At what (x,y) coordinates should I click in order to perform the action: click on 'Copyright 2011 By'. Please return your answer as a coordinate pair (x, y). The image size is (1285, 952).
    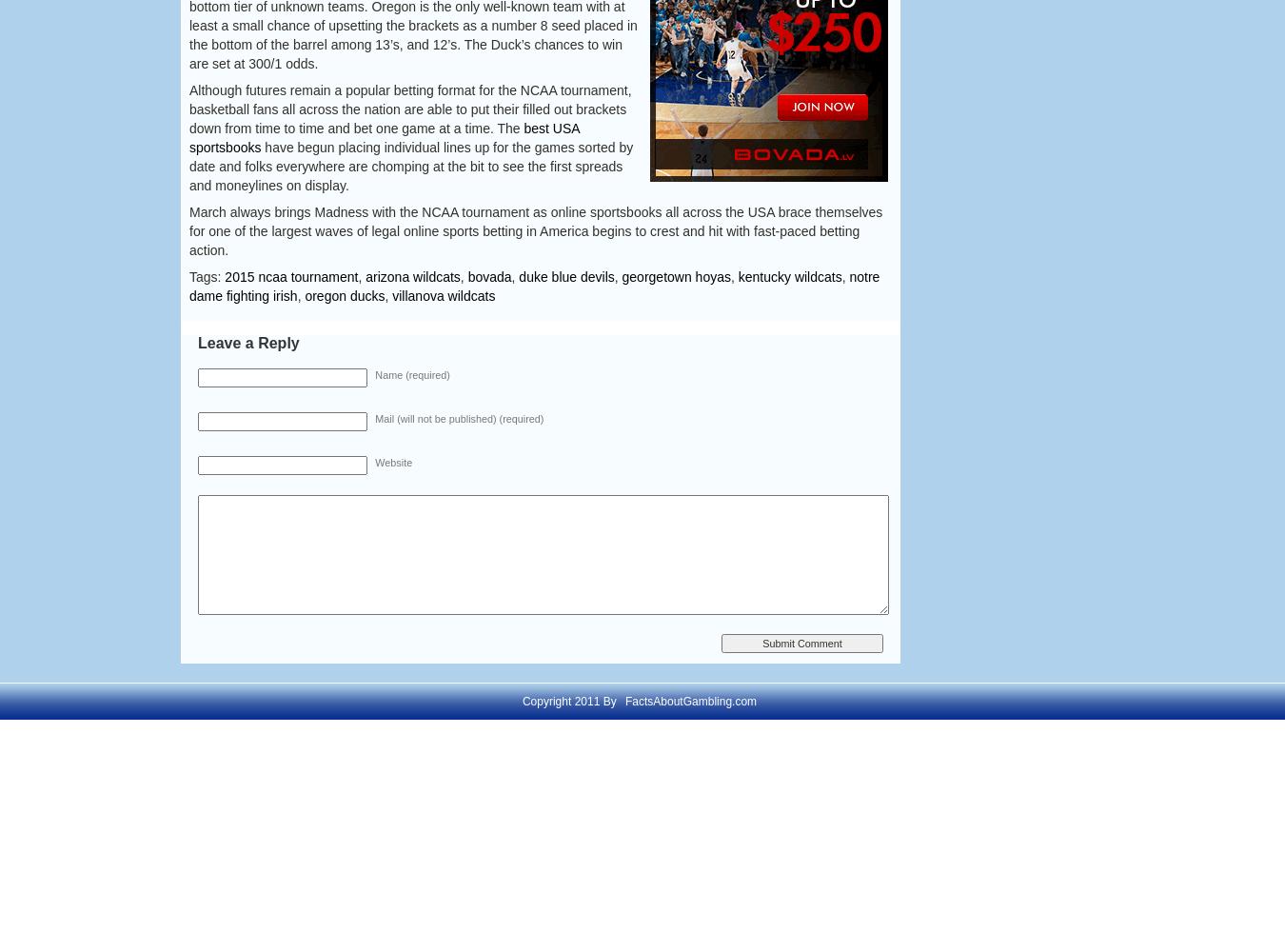
    Looking at the image, I should click on (570, 701).